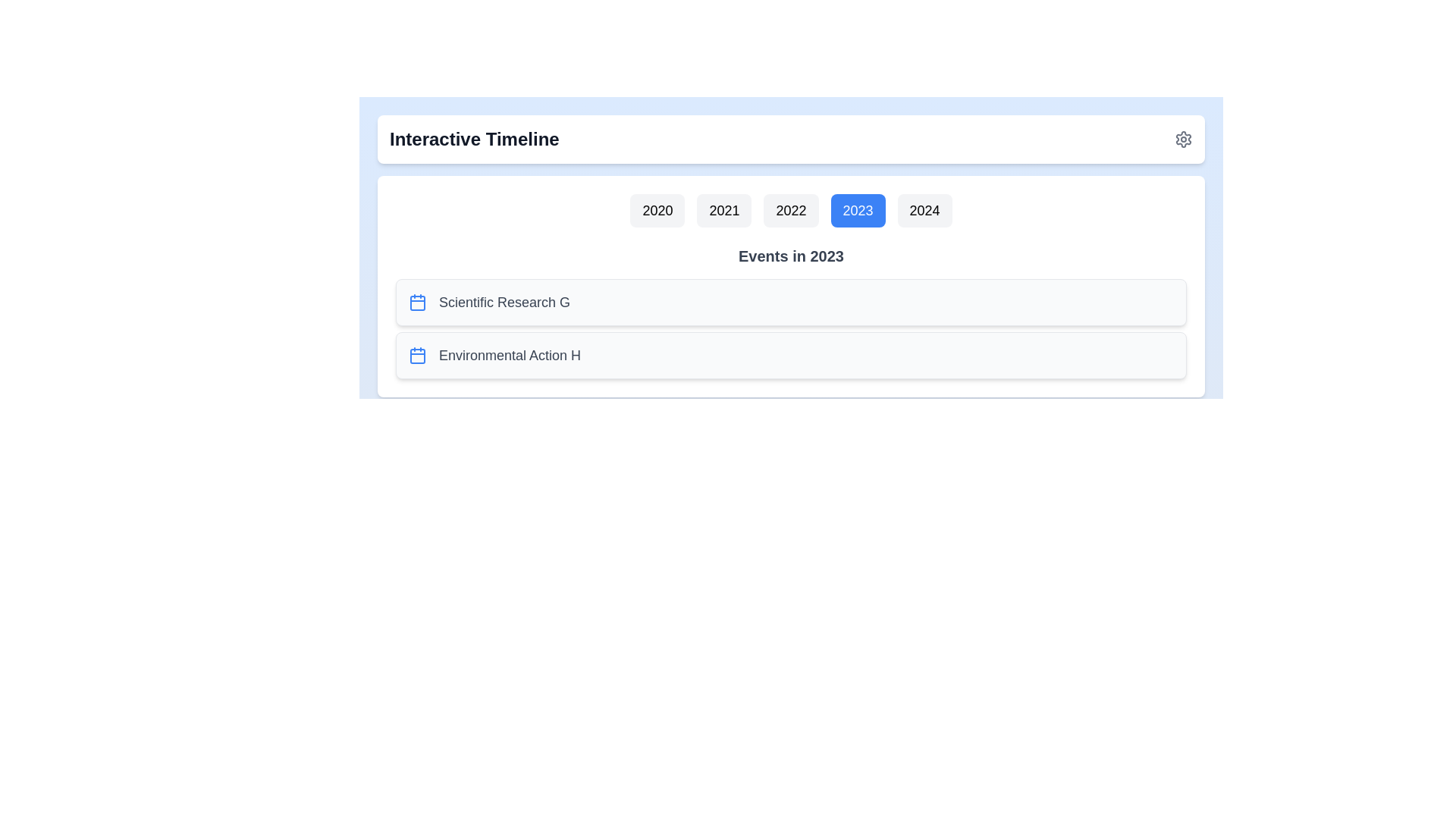 The image size is (1456, 819). What do you see at coordinates (1182, 140) in the screenshot?
I see `the settings icon located in the top-right corner of the component` at bounding box center [1182, 140].